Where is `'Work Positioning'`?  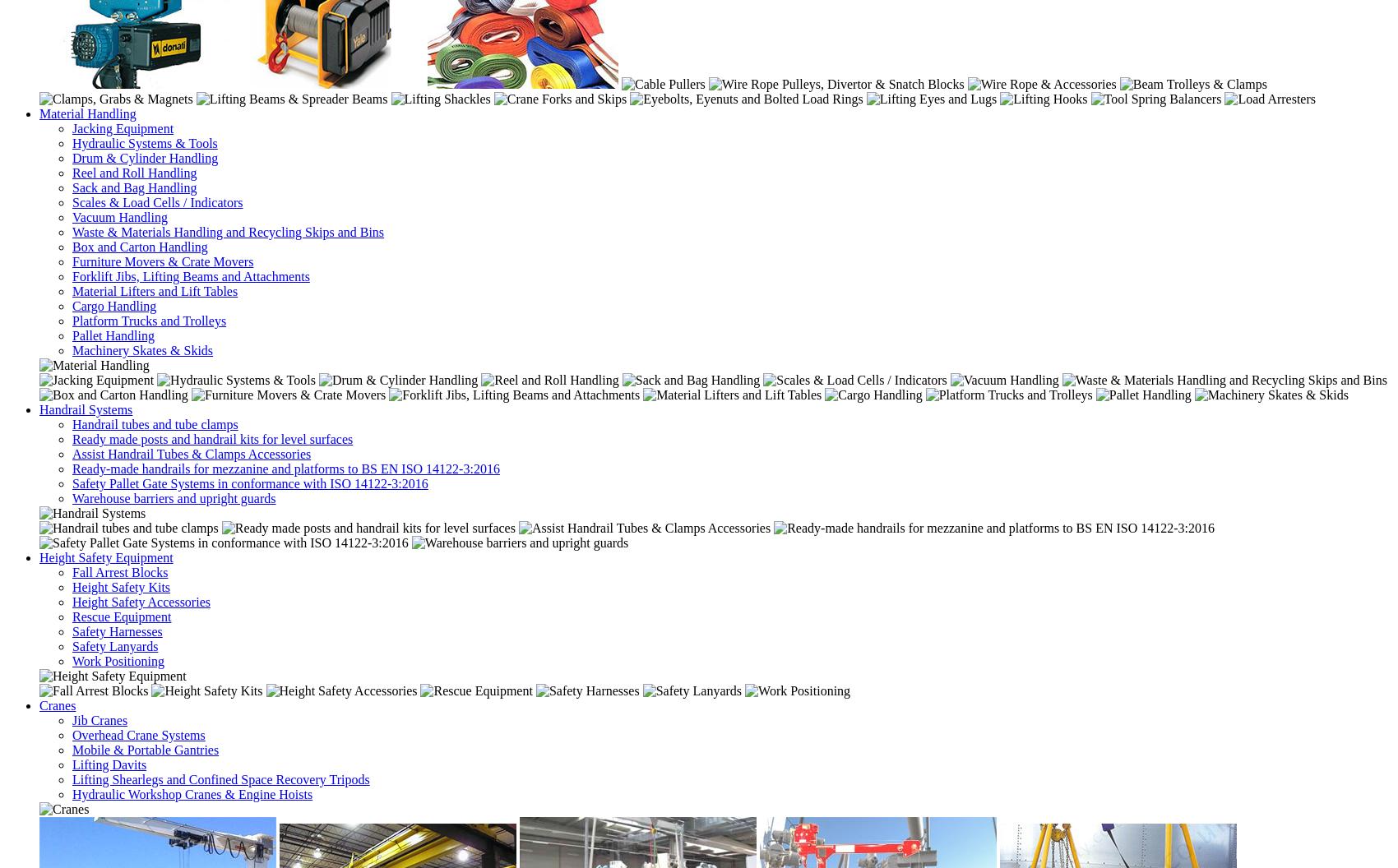
'Work Positioning' is located at coordinates (117, 660).